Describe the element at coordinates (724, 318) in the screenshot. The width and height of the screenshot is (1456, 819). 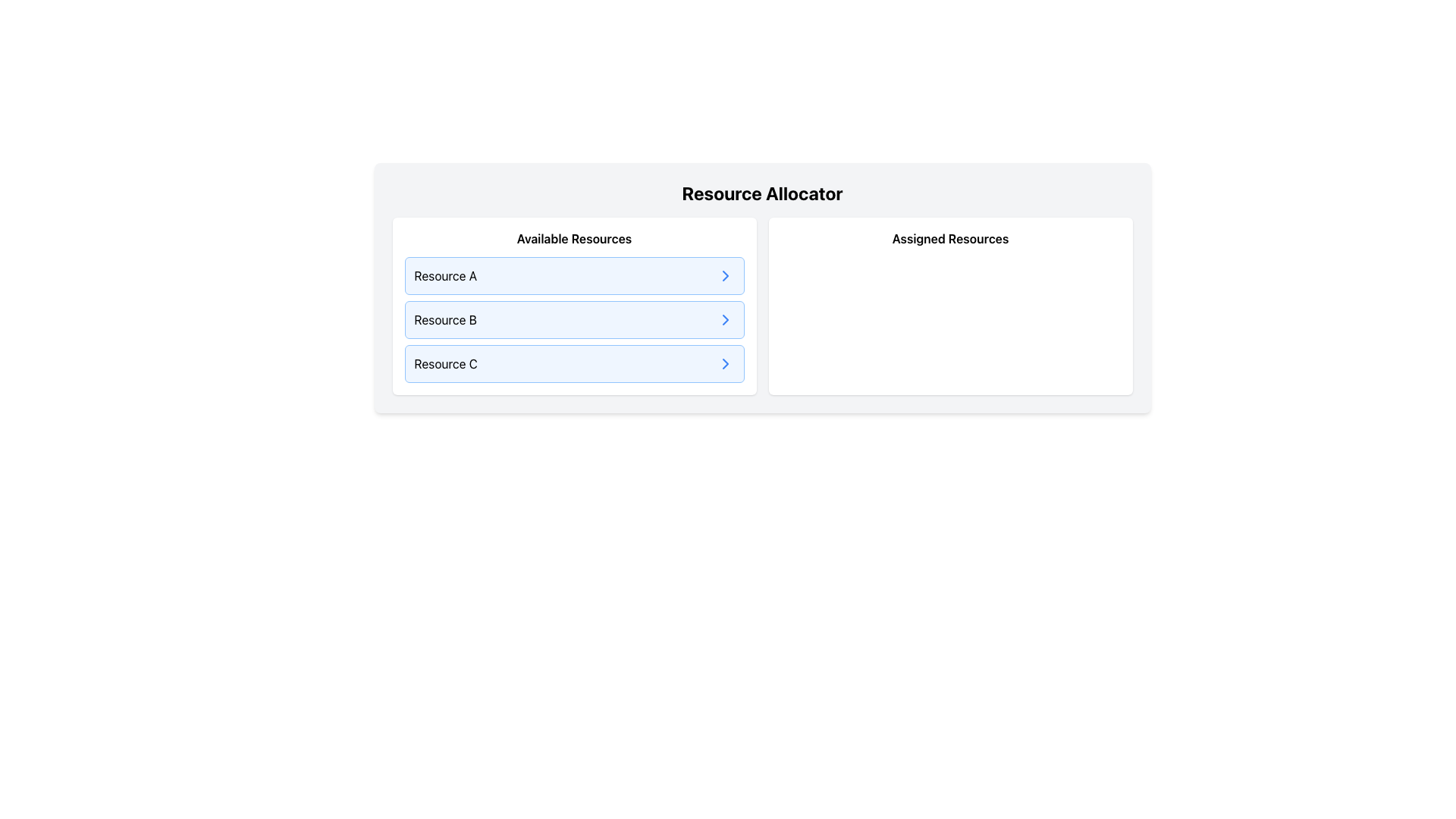
I see `the right-facing chevron icon in the second row labeled 'Resource B'` at that location.